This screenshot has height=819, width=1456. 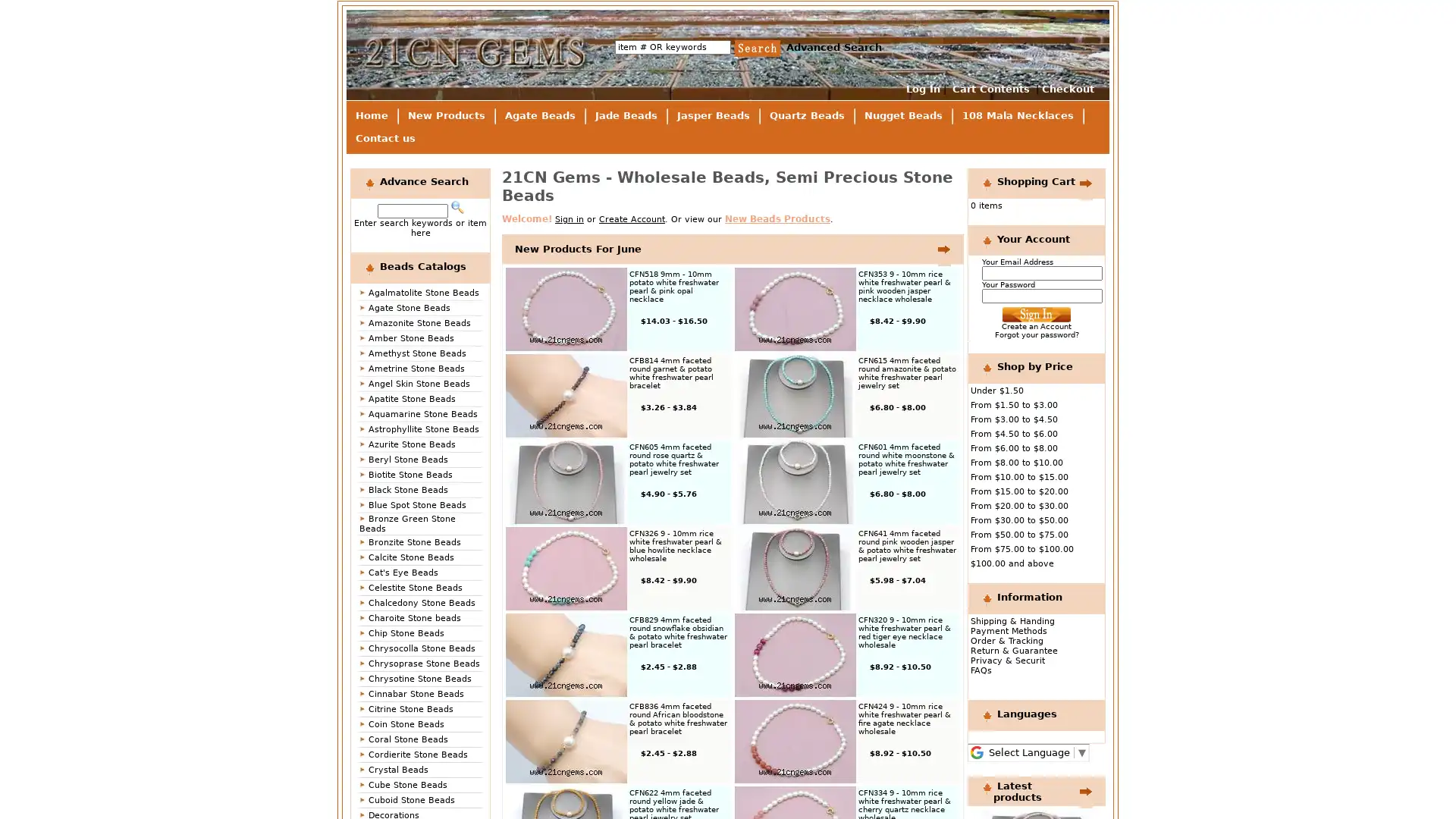 I want to click on Sign In, so click(x=1036, y=314).